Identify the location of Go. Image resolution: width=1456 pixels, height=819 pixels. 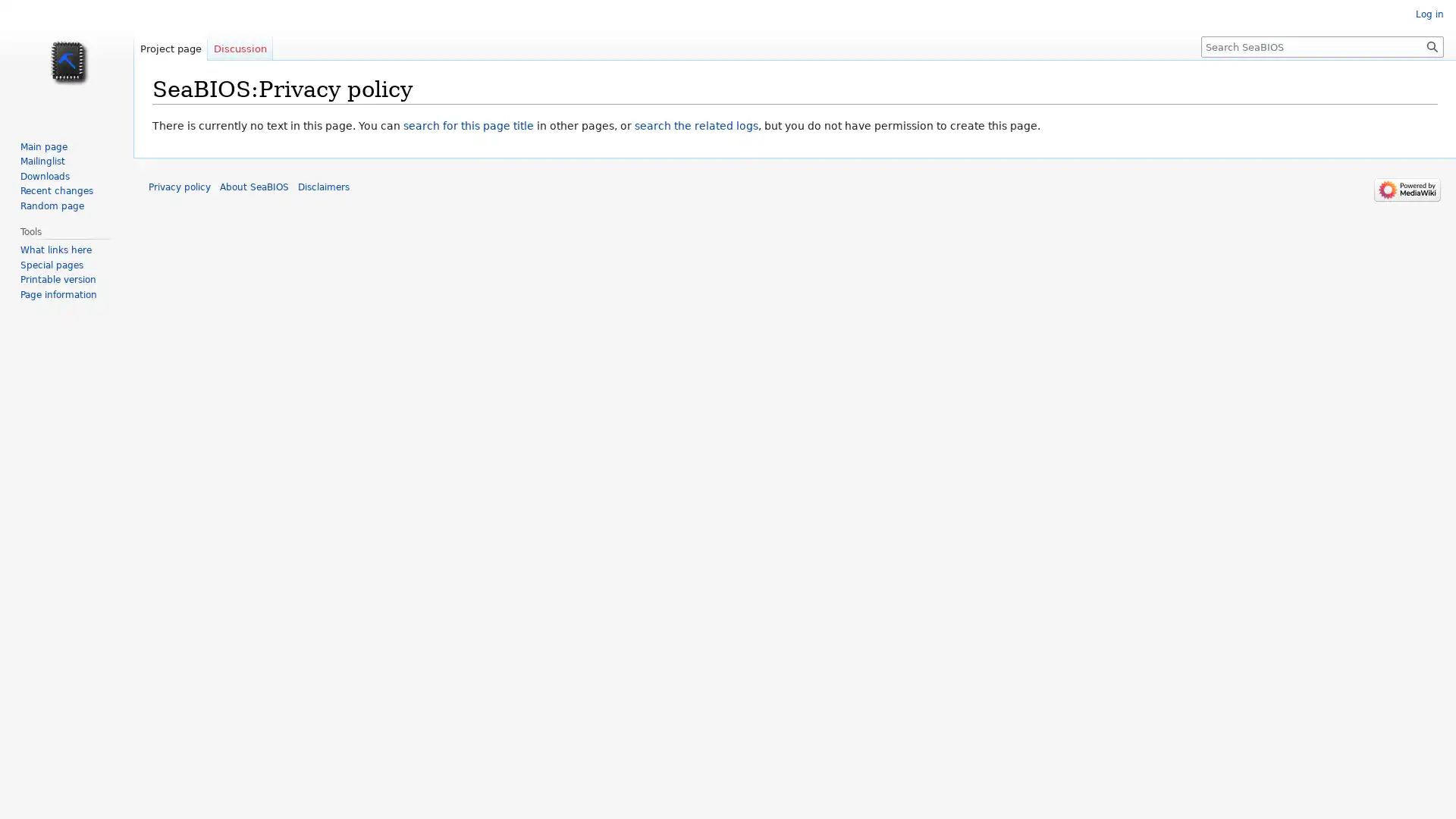
(1432, 45).